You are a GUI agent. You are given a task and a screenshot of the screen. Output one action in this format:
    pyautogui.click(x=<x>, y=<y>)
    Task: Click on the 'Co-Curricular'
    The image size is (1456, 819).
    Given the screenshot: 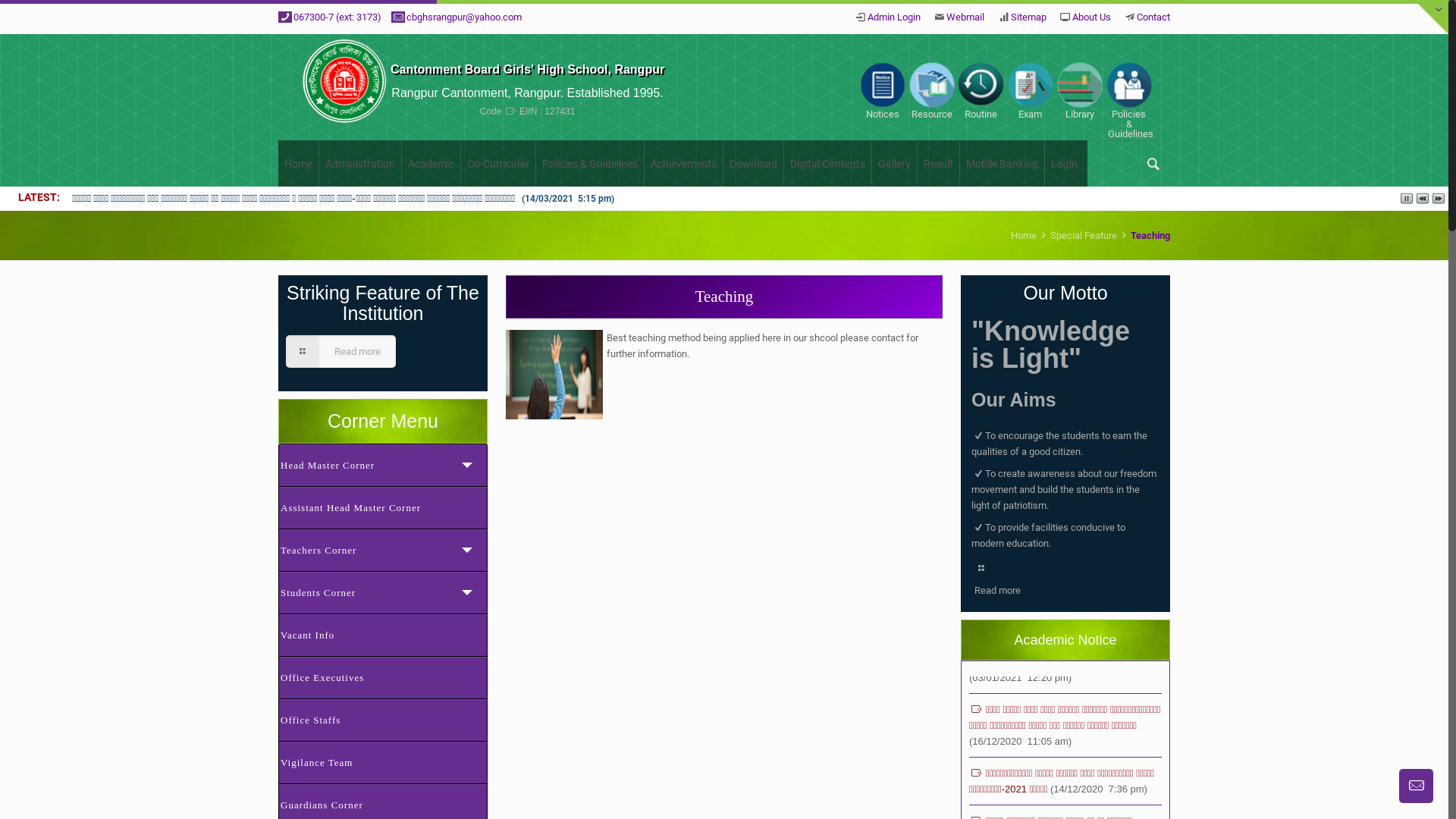 What is the action you would take?
    pyautogui.click(x=498, y=164)
    